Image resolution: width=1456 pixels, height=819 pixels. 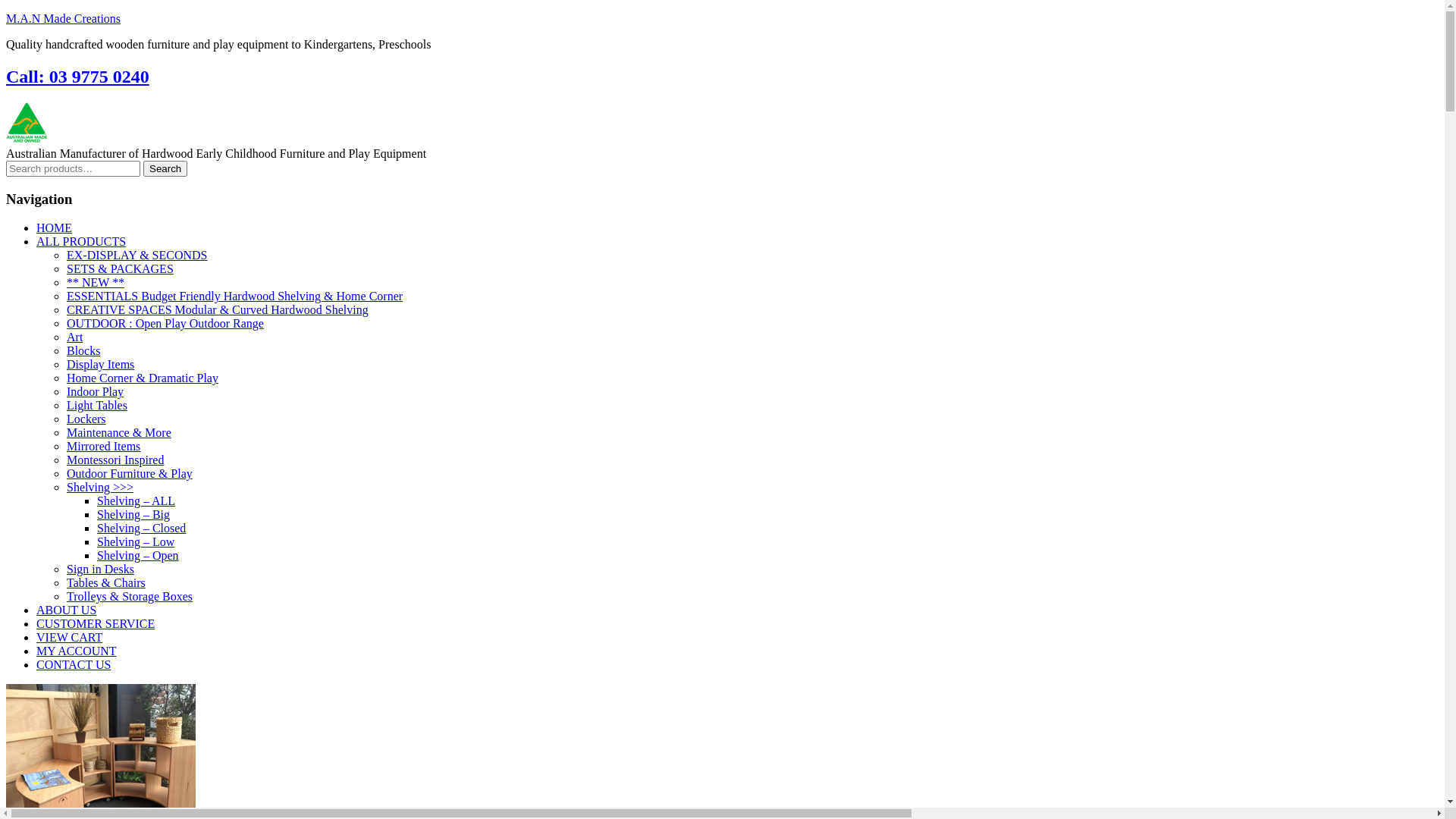 I want to click on 'Montessori Inspired', so click(x=65, y=459).